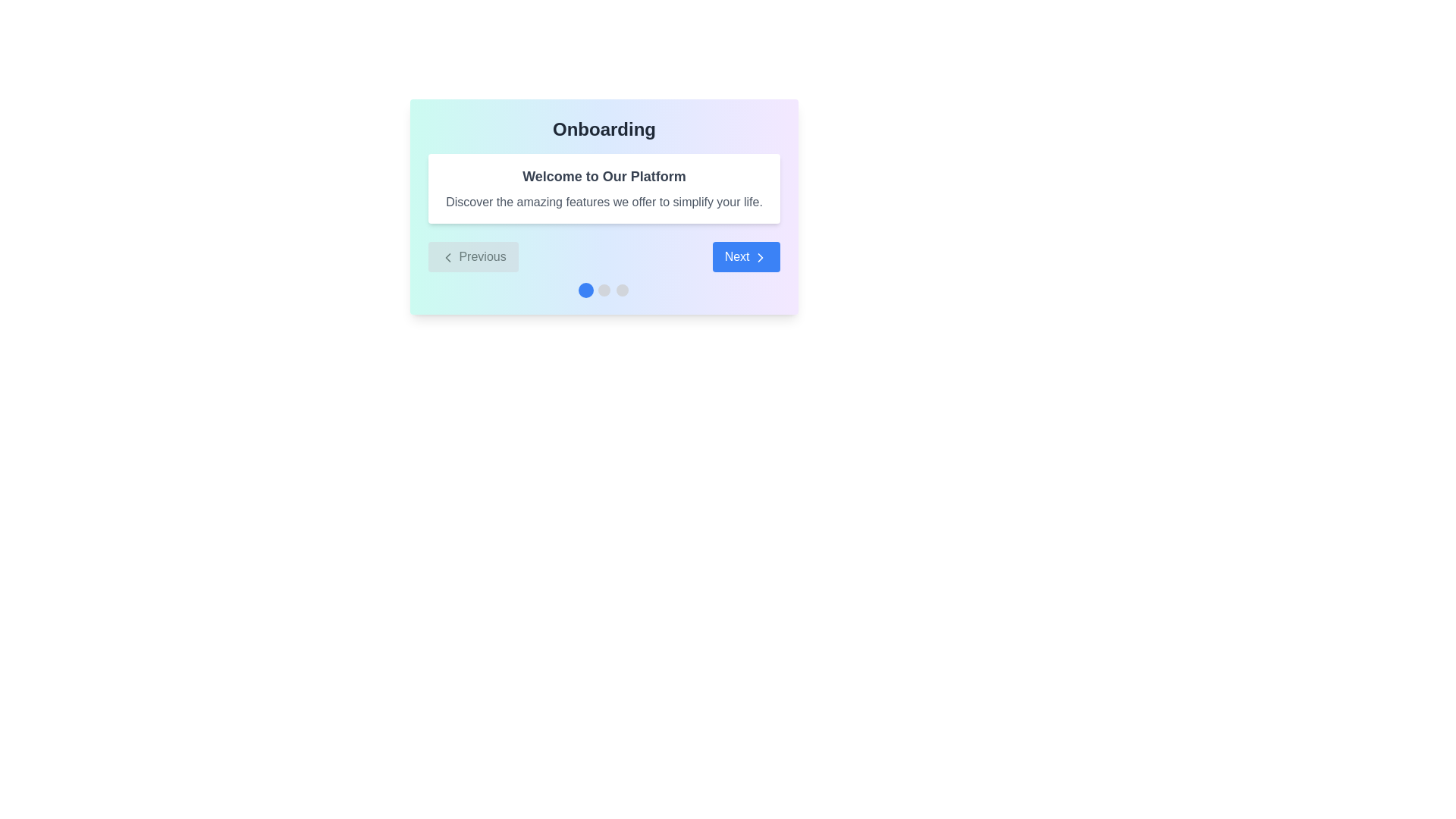 Image resolution: width=1456 pixels, height=819 pixels. What do you see at coordinates (603, 290) in the screenshot?
I see `the second gray circular indicator element, which is positioned below the main text content and is flanked by a blue circular shape on the left and another gray circular shape on the right` at bounding box center [603, 290].